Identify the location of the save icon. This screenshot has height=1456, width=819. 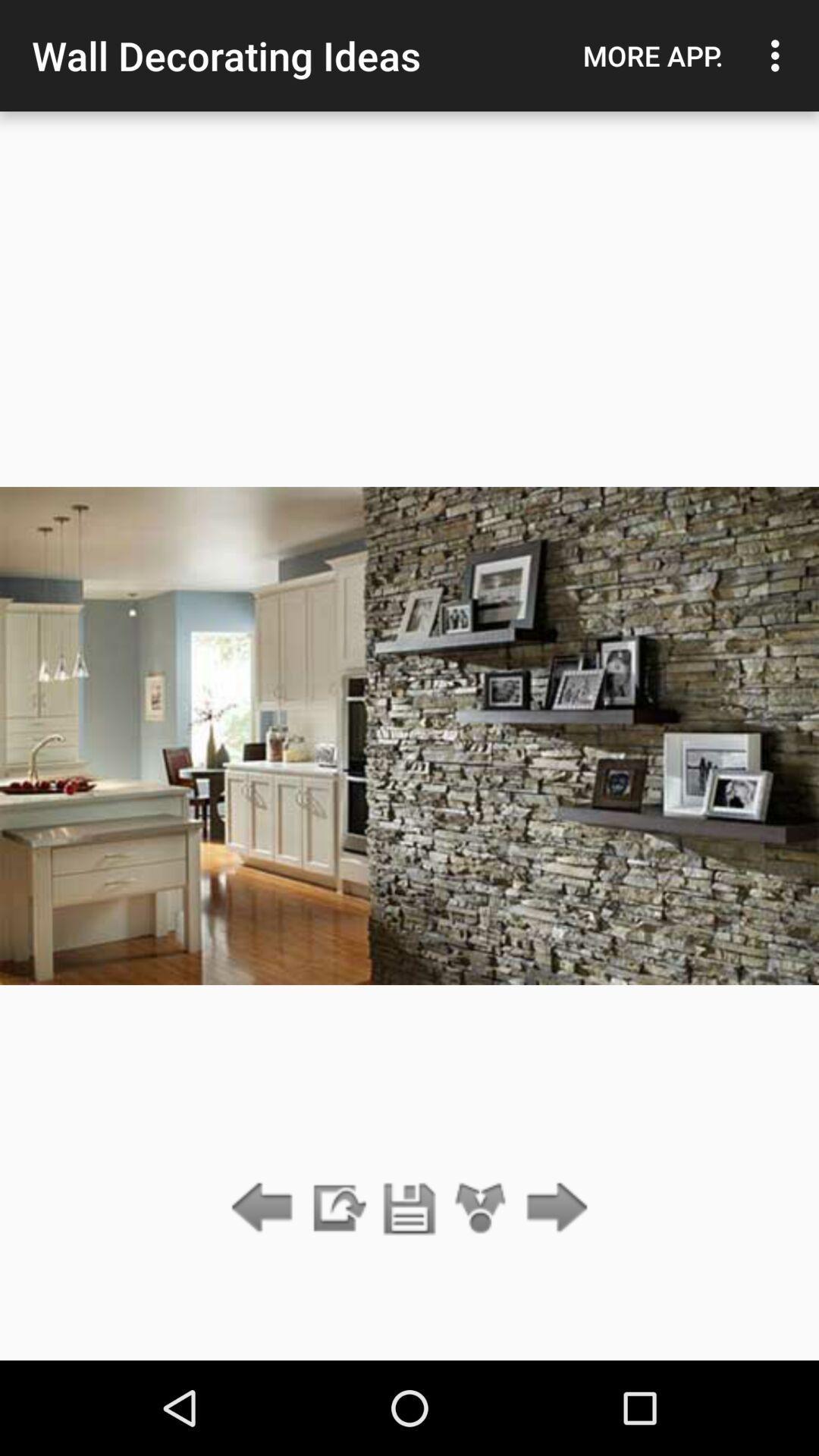
(409, 1208).